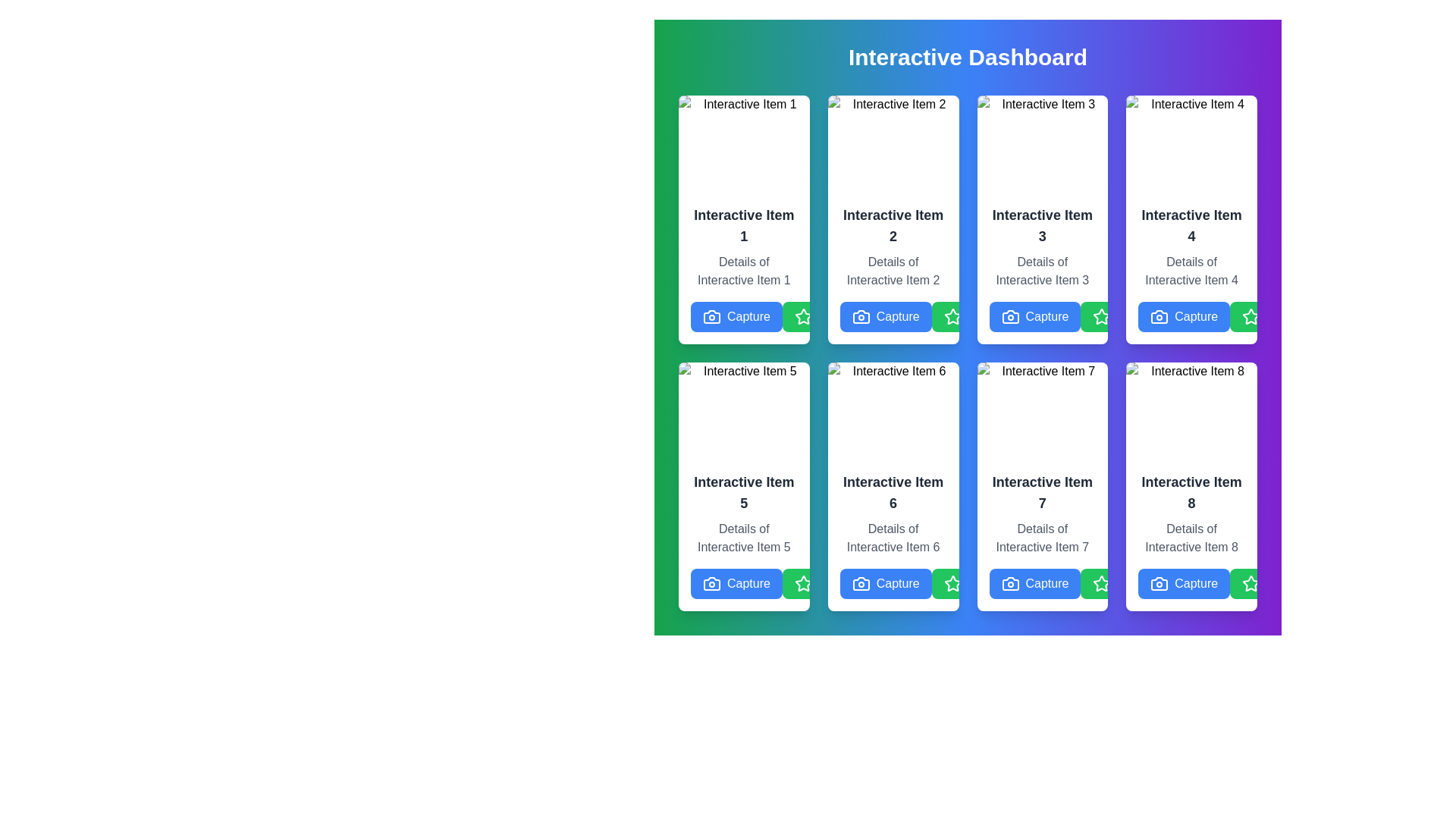  What do you see at coordinates (1191, 534) in the screenshot?
I see `on the text block in the bottom-right corner of 'Interactive Item 8' card` at bounding box center [1191, 534].